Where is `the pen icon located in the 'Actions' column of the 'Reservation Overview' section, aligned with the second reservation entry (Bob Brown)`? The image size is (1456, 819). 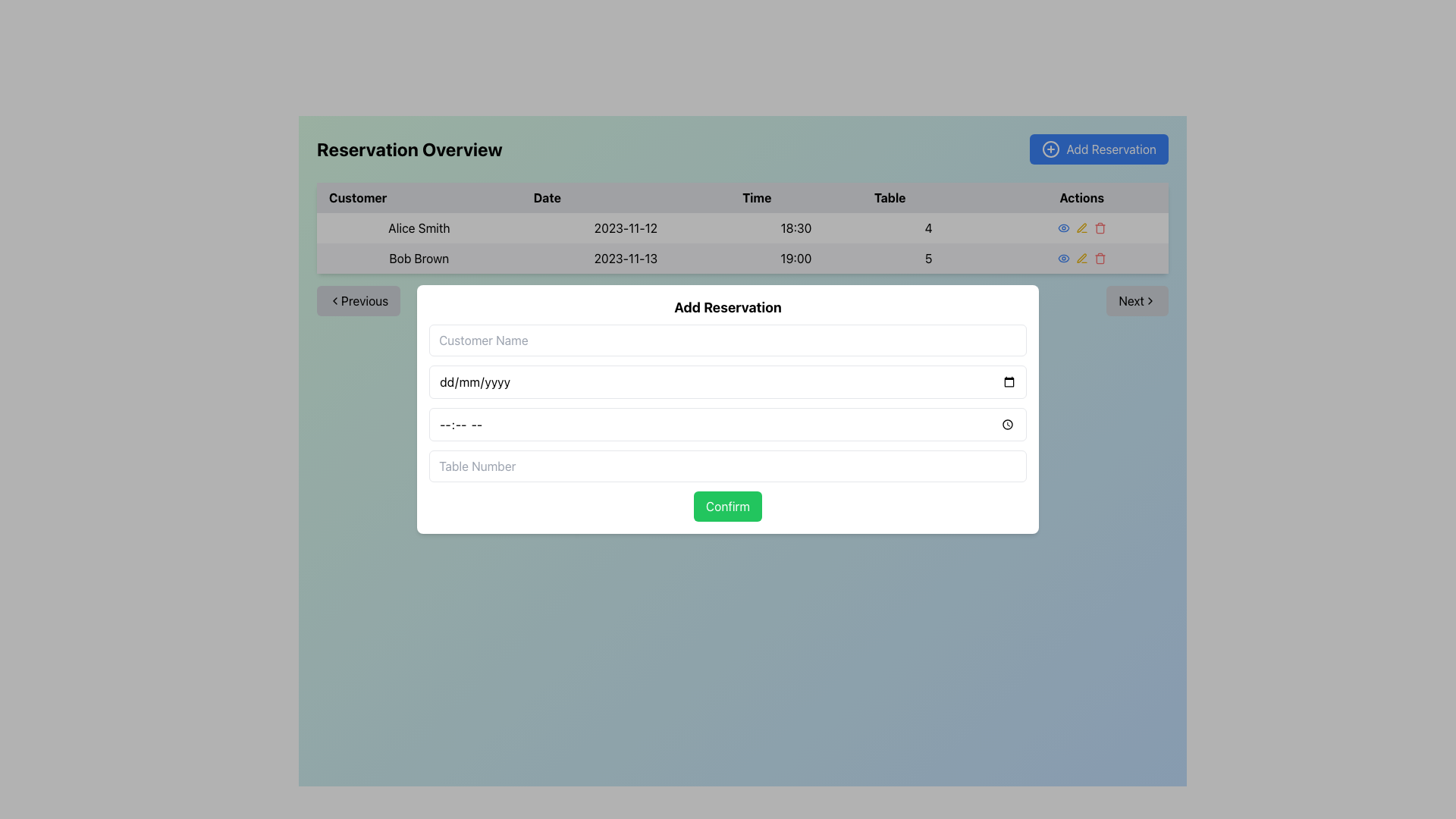
the pen icon located in the 'Actions' column of the 'Reservation Overview' section, aligned with the second reservation entry (Bob Brown) is located at coordinates (1081, 227).